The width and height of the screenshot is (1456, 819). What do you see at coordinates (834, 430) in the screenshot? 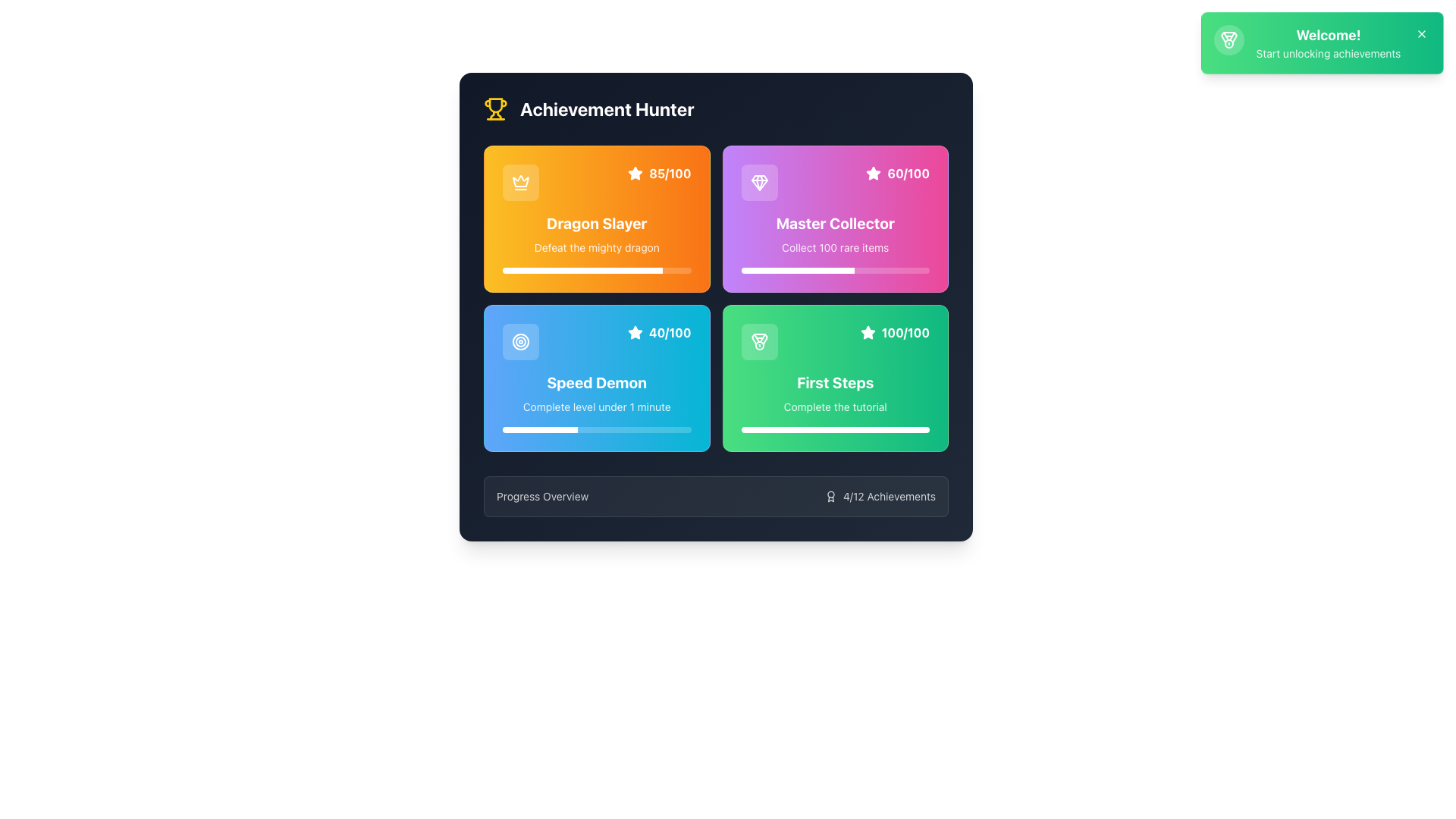
I see `the progress bar located at the bottom of the 'First Steps' green card, beneath the text 'Complete the tutorial'` at bounding box center [834, 430].